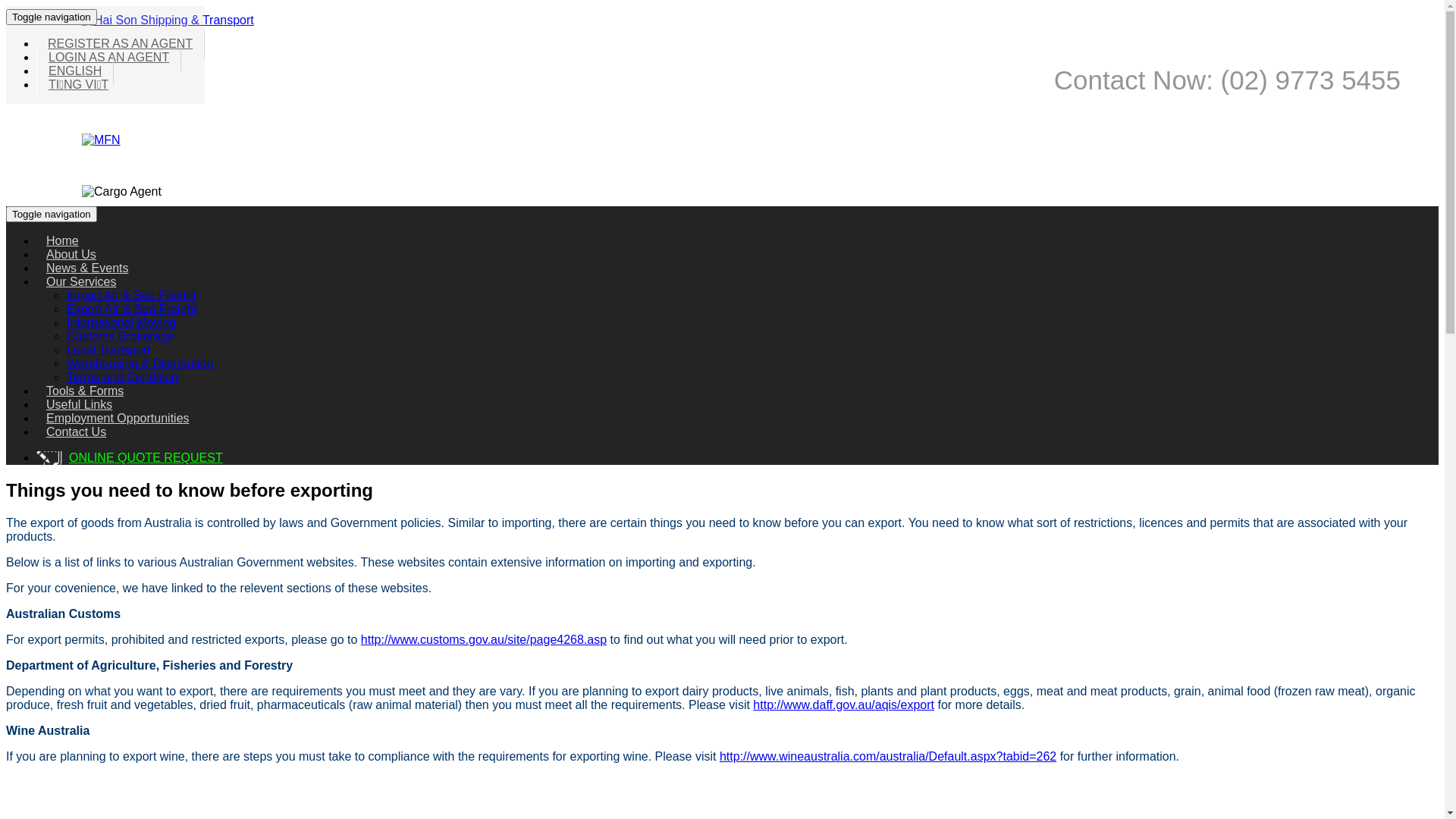 Image resolution: width=1456 pixels, height=819 pixels. I want to click on 'ONLINE QUOTE REQUEST', so click(146, 457).